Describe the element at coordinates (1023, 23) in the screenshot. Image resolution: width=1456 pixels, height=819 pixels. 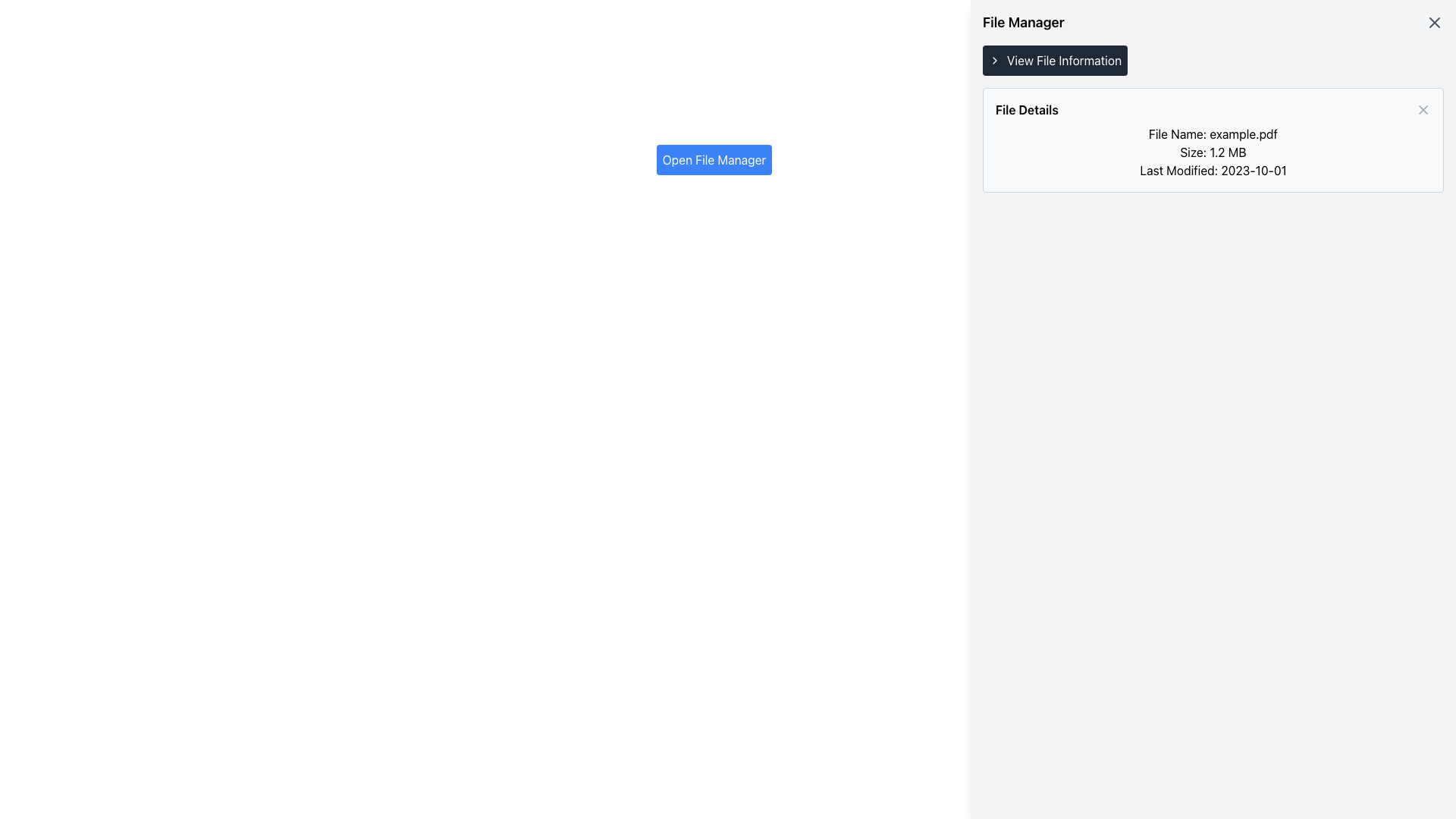
I see `the 'File Manager' static text label, which is displayed in bold and slightly larger font, located at the top right section of the interface` at that location.